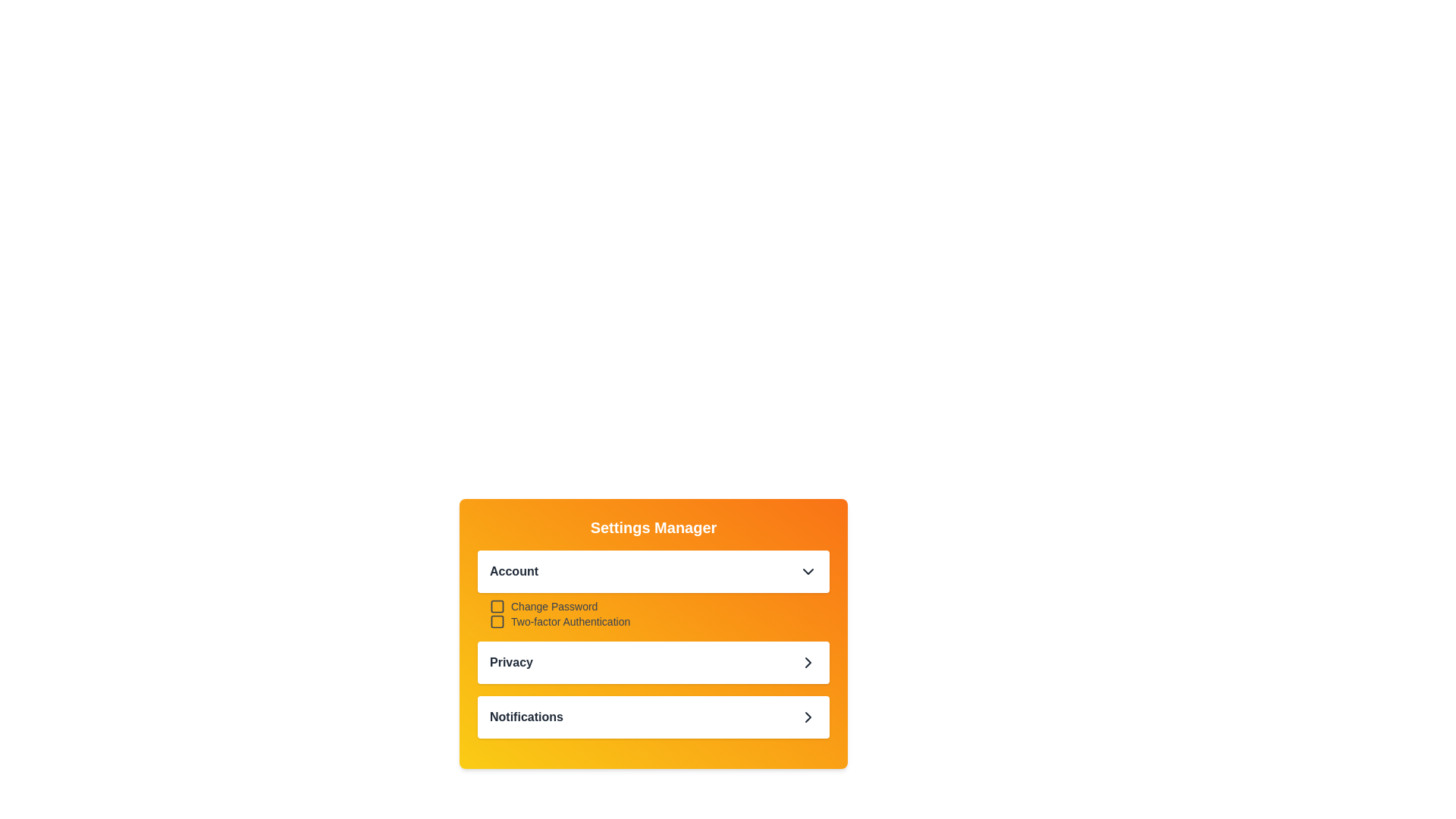 Image resolution: width=1456 pixels, height=819 pixels. I want to click on the Chevron icon in the Notifications section of the Settings Manager, so click(807, 717).